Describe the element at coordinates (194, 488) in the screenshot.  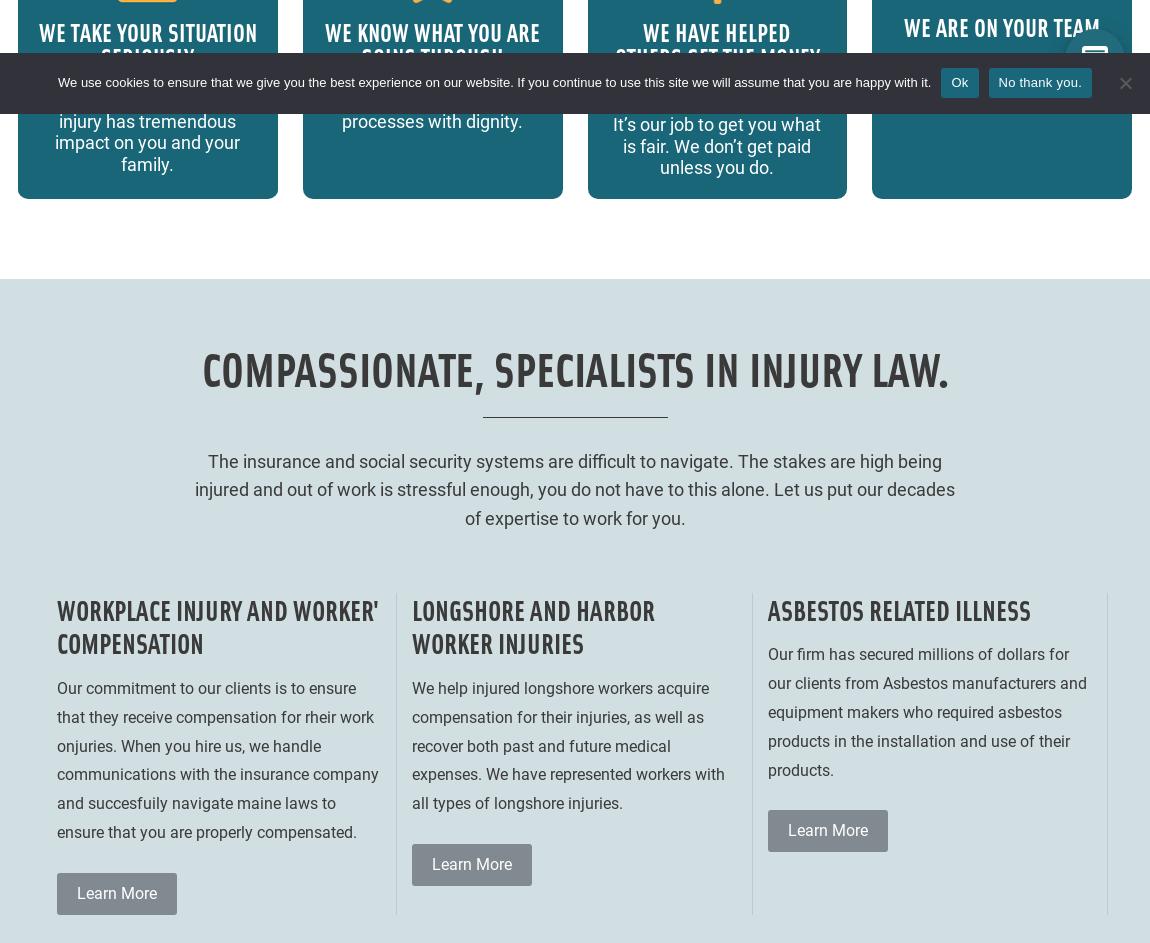
I see `'The insurance and social security systems are difficult to navigate. The stakes are high being injured and out of work is stressful enough, you do not have to this alone. Let us put our decades of expertise to work for you.'` at that location.